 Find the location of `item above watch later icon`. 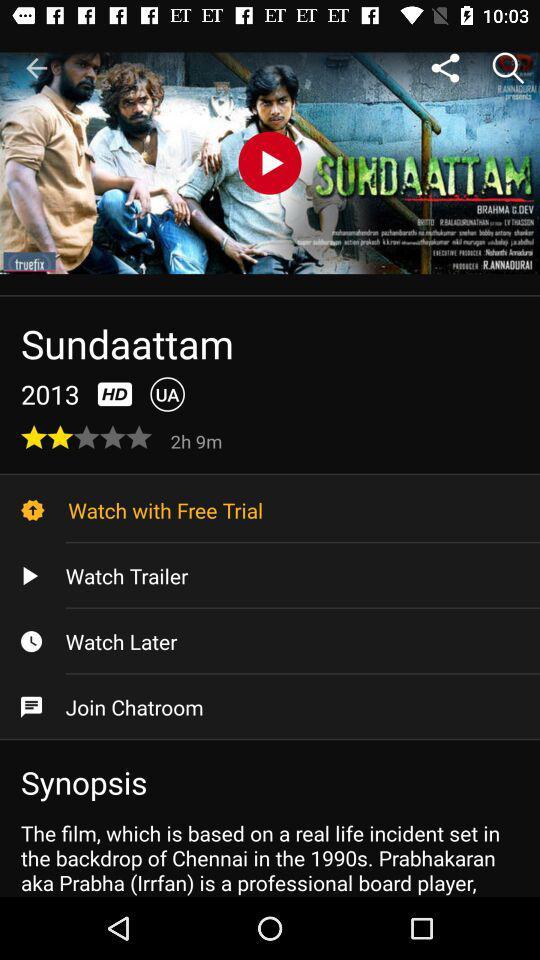

item above watch later icon is located at coordinates (270, 576).